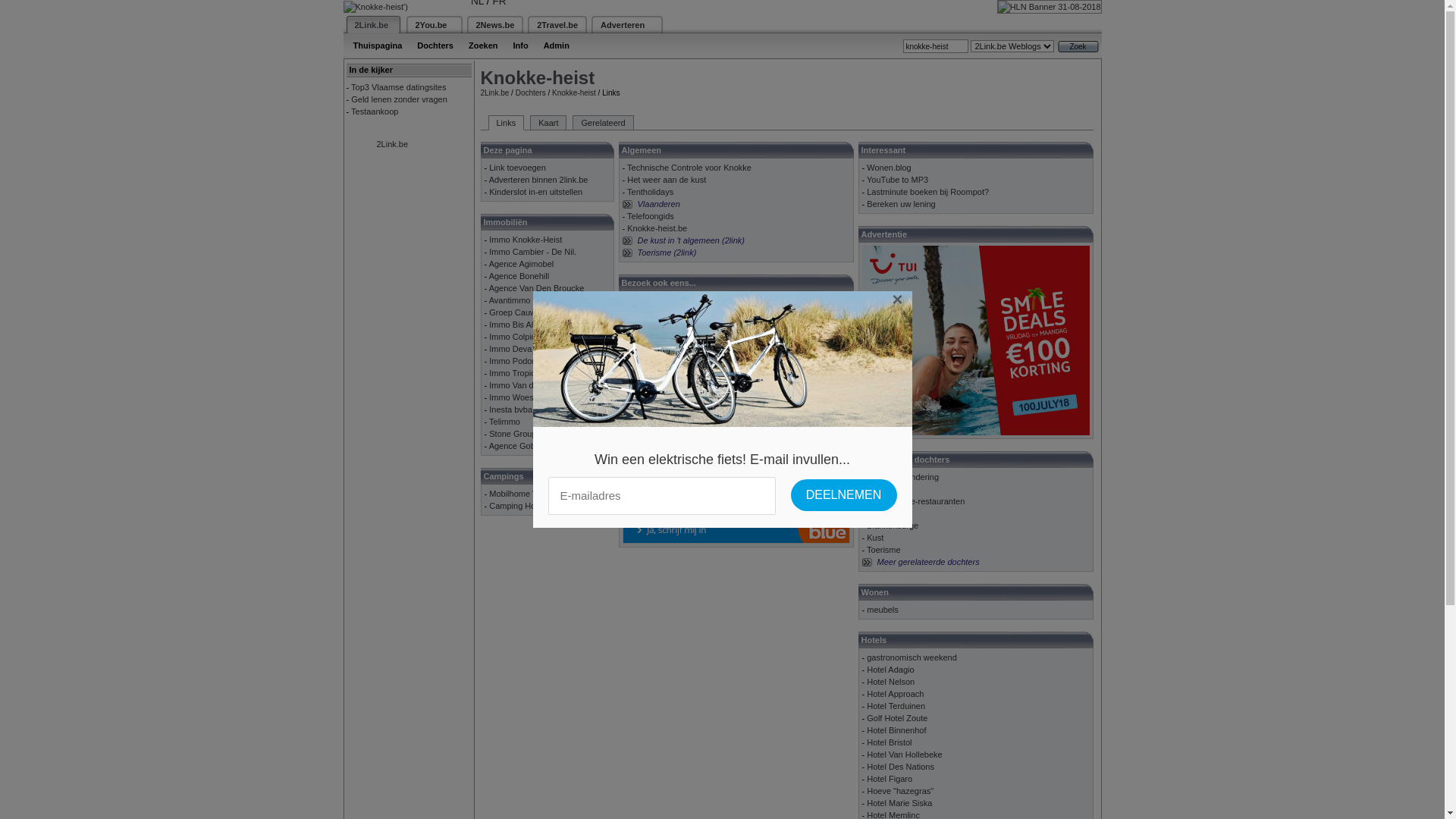  I want to click on 'Hotel Approach', so click(895, 693).